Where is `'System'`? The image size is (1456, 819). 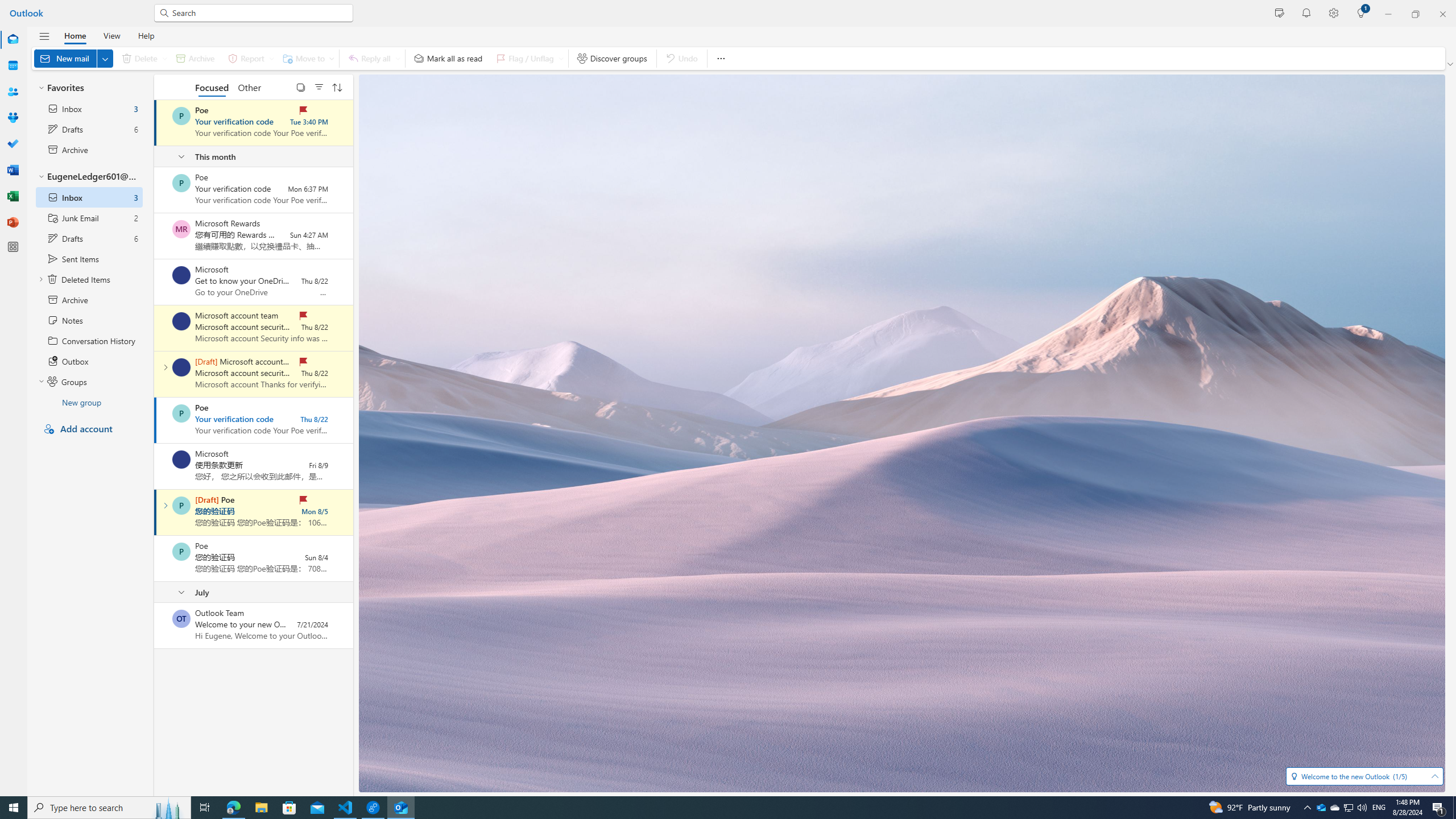
'System' is located at coordinates (6, 5).